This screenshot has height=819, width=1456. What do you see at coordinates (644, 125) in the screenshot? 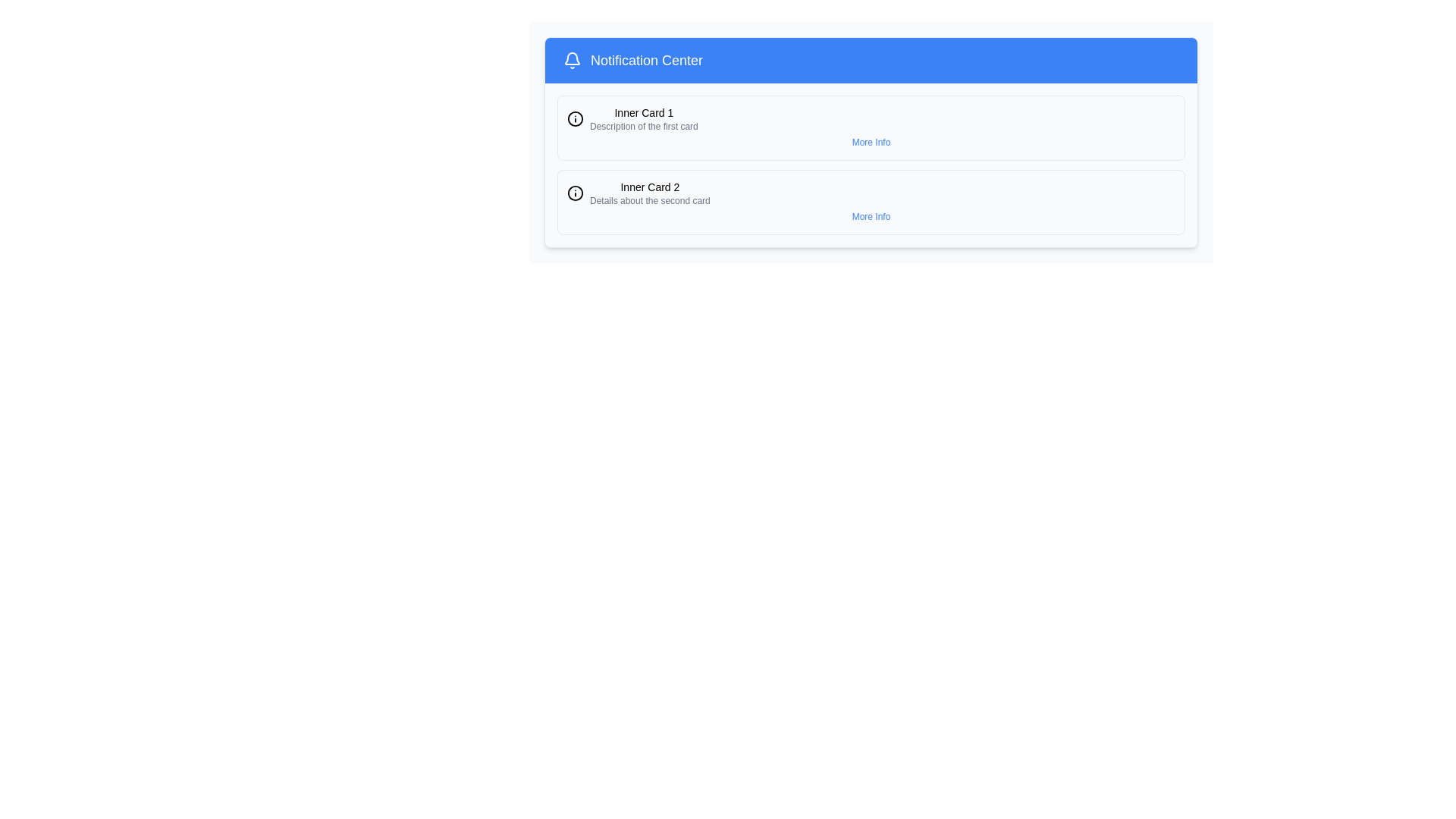
I see `the text label 'Description of the first card', which is displayed in small gray font and located directly below the title 'Inner Card 1' in the first card of the list` at bounding box center [644, 125].